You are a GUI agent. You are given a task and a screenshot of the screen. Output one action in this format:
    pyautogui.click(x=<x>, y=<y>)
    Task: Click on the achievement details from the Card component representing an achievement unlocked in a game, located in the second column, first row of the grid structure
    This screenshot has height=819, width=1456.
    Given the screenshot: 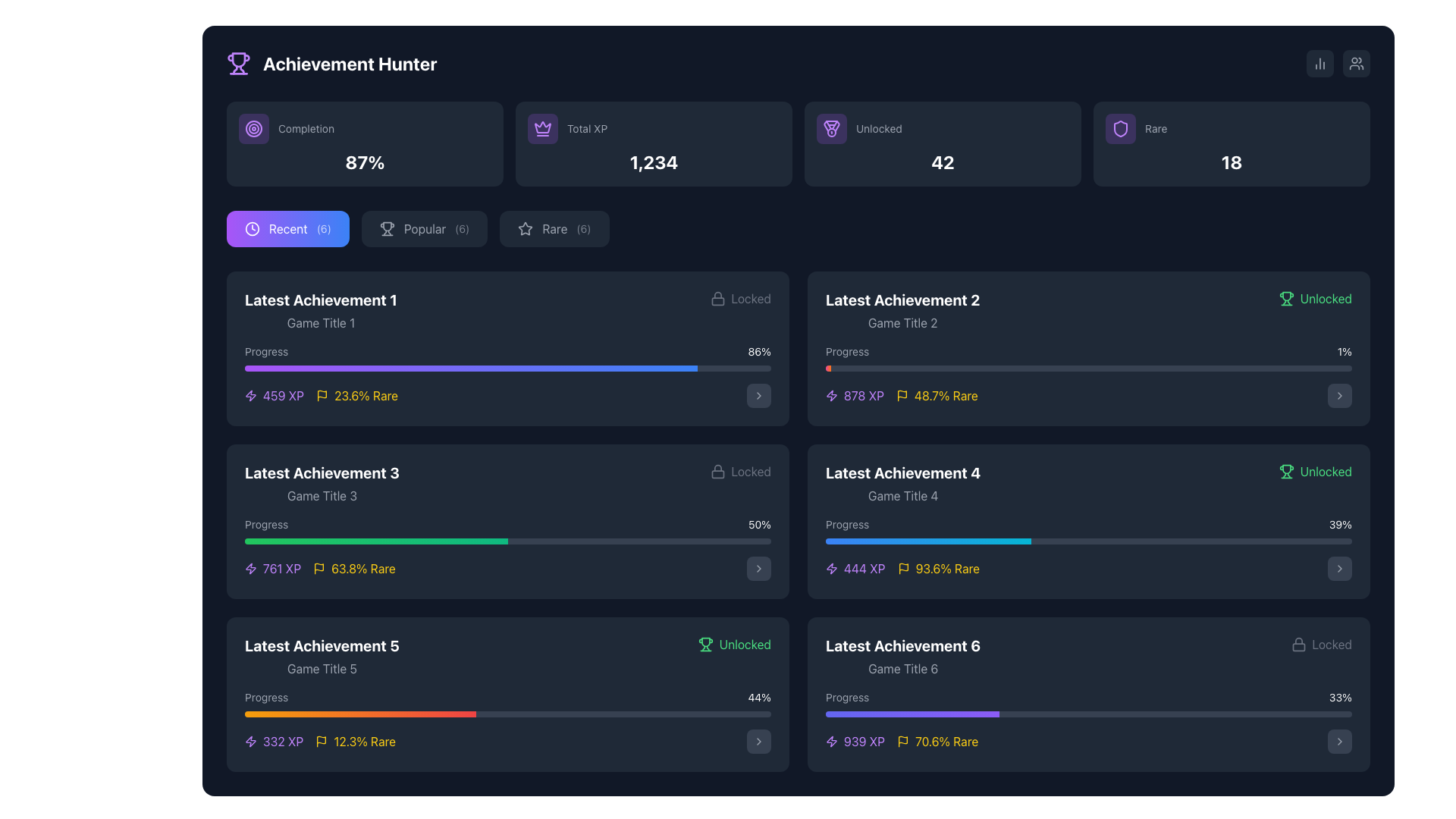 What is the action you would take?
    pyautogui.click(x=1087, y=348)
    